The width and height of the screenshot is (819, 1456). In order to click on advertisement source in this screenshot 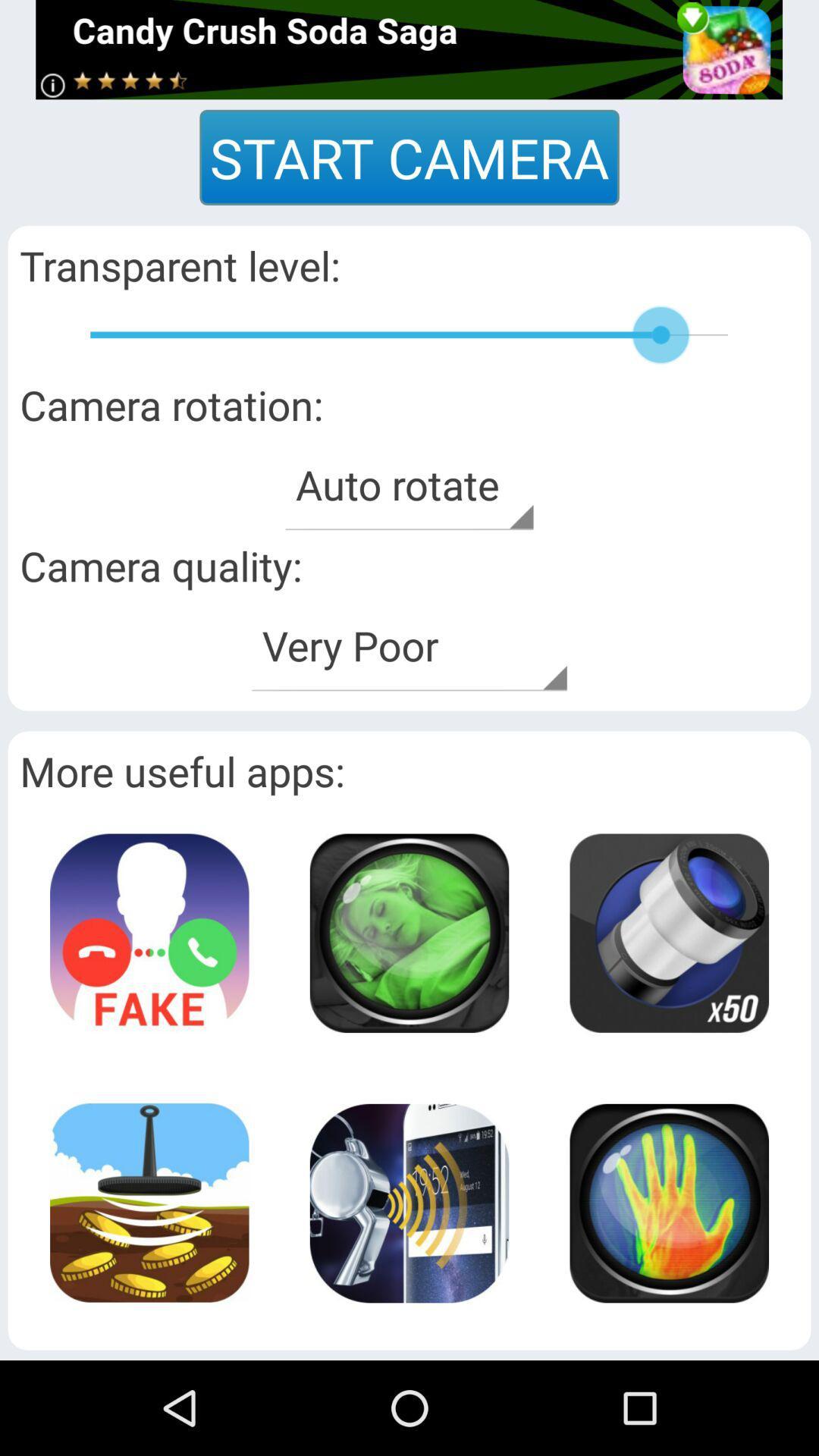, I will do `click(408, 49)`.